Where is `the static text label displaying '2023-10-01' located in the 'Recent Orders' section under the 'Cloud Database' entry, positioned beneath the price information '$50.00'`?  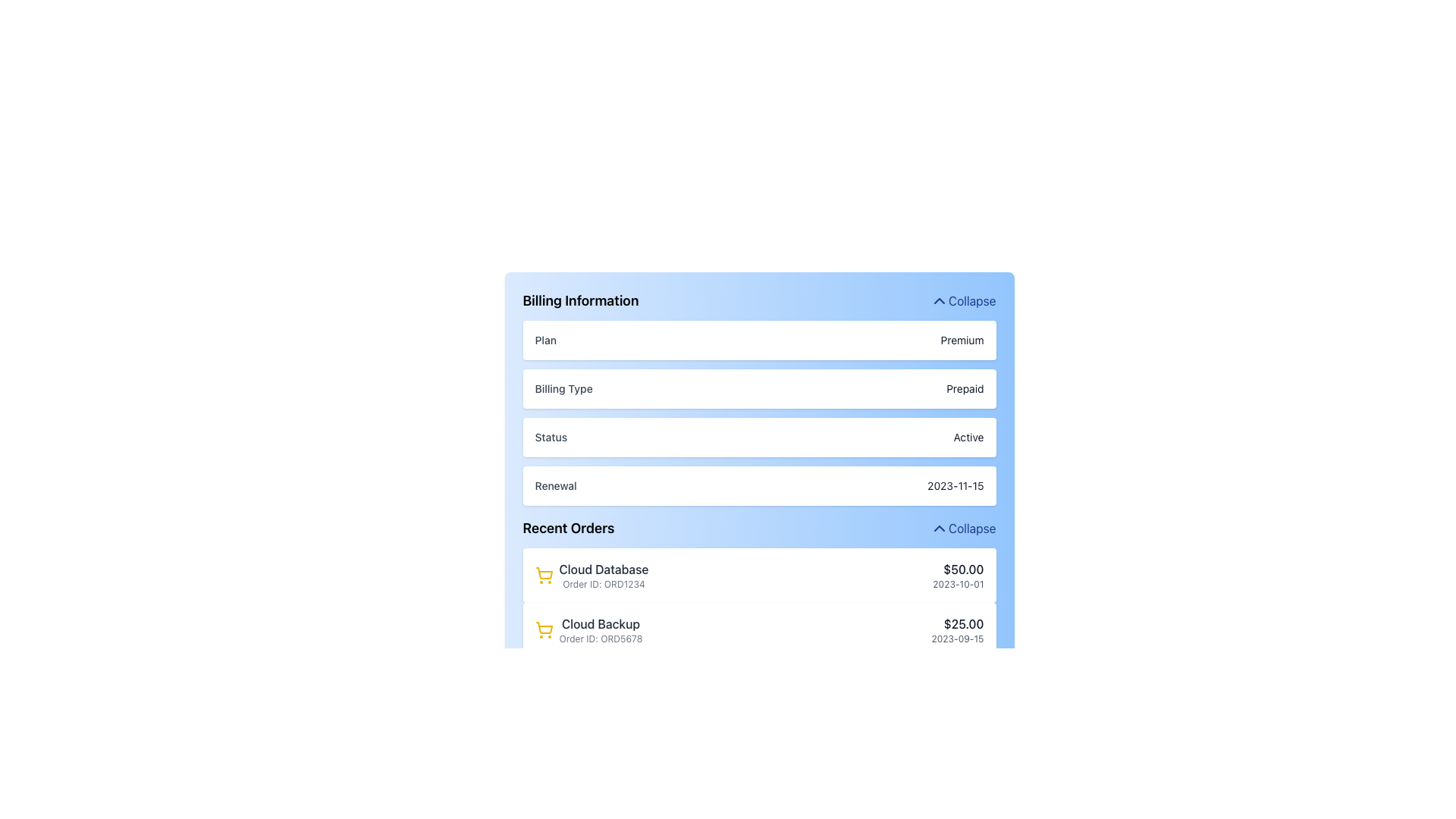
the static text label displaying '2023-10-01' located in the 'Recent Orders' section under the 'Cloud Database' entry, positioned beneath the price information '$50.00' is located at coordinates (957, 584).